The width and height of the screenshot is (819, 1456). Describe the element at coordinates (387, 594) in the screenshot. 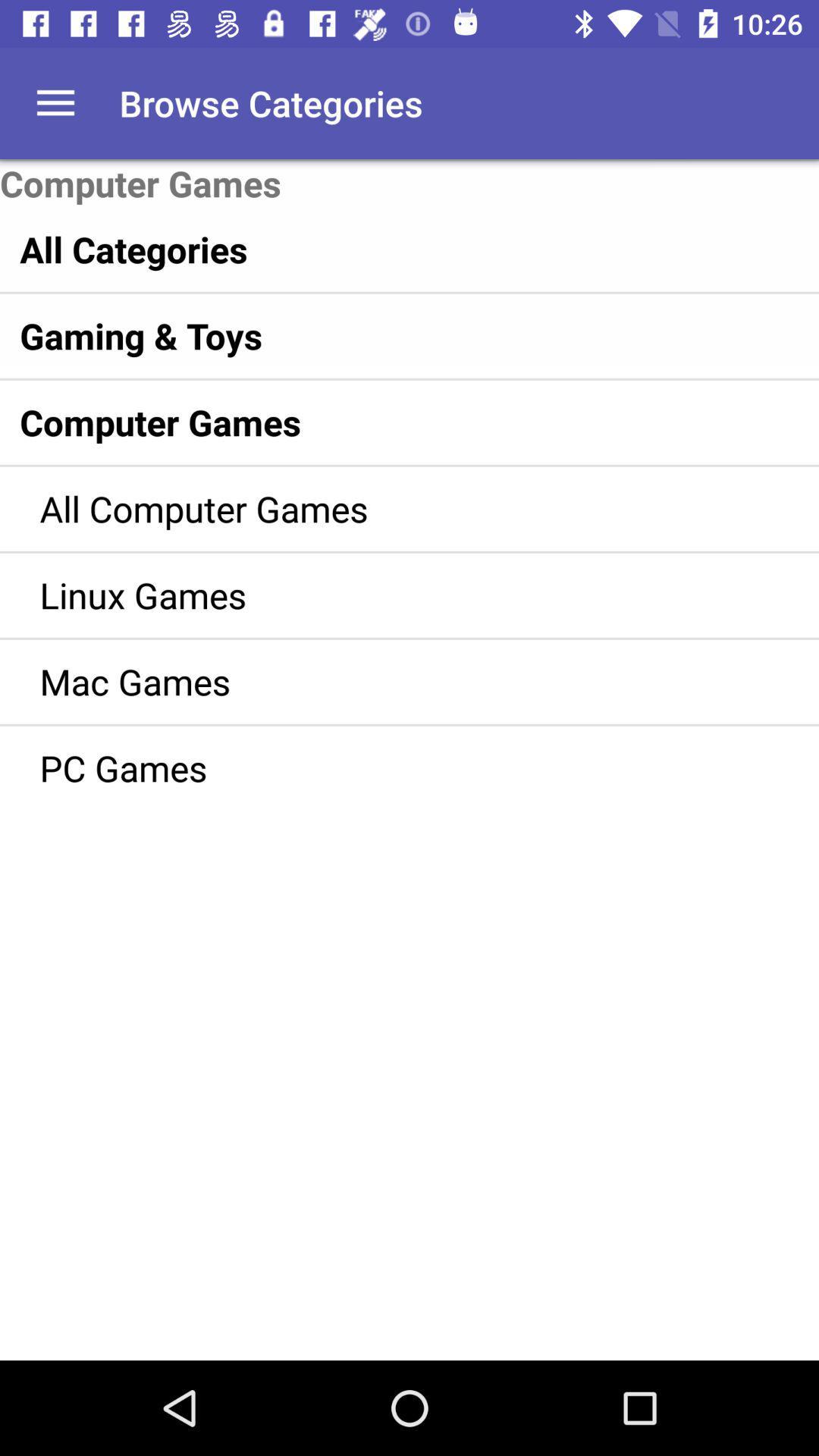

I see `the linux games item` at that location.